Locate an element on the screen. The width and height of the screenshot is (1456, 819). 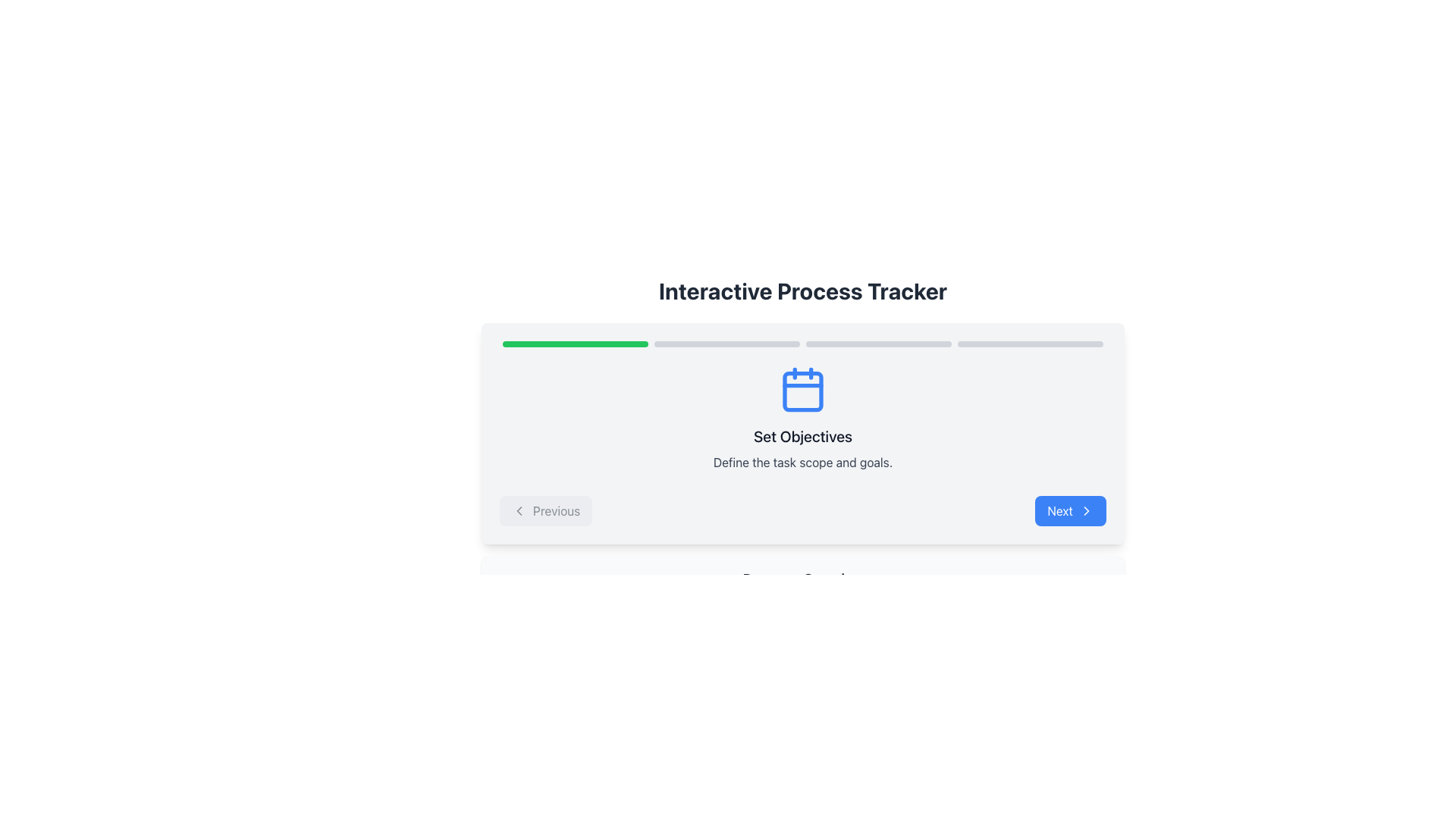
the static text element that says 'Define the task scope and goals.' which is displayed in gray color and located below the heading 'Set Objectives' is located at coordinates (802, 461).